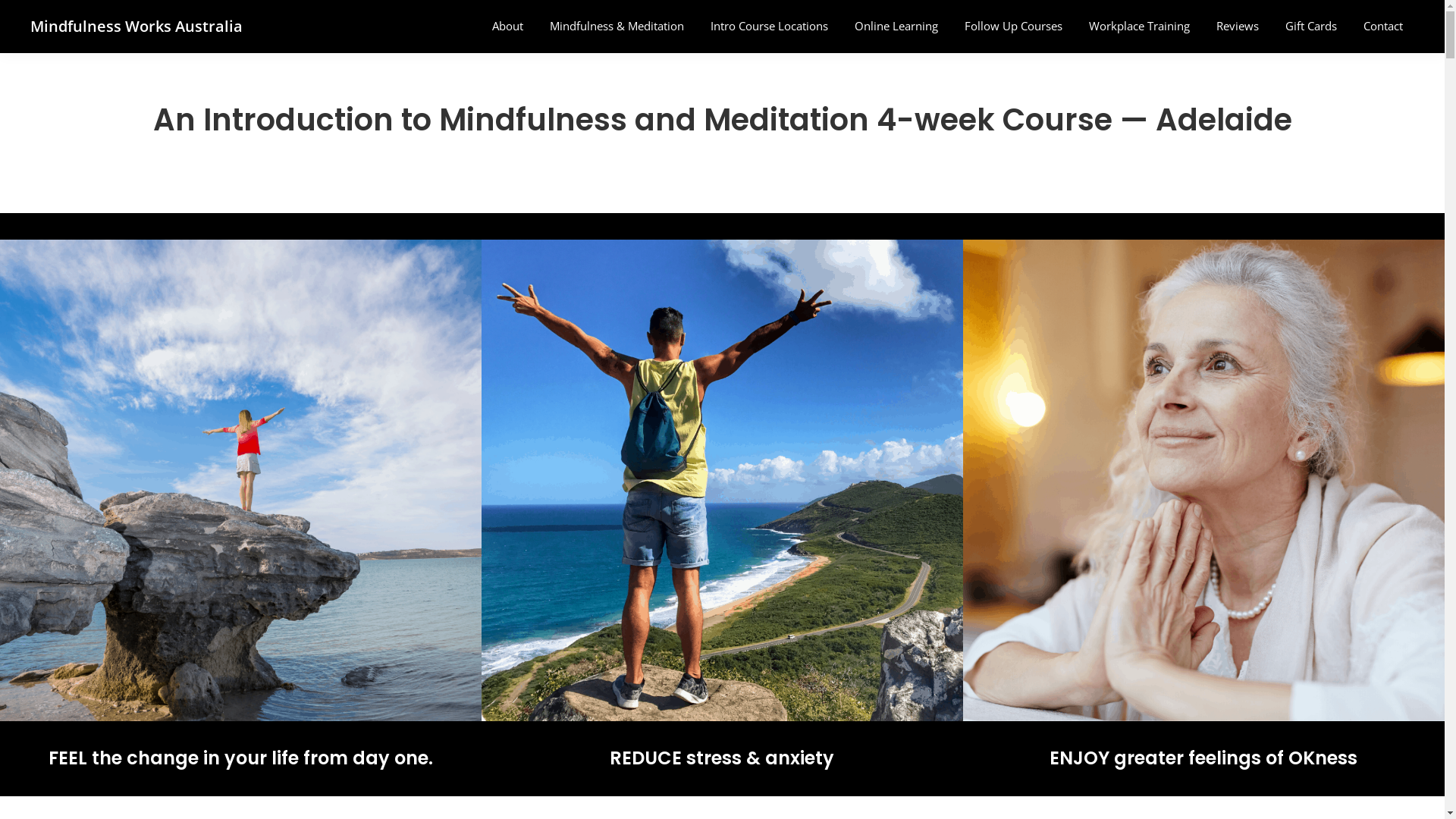  What do you see at coordinates (0, 0) in the screenshot?
I see `'Skip to primary navigation'` at bounding box center [0, 0].